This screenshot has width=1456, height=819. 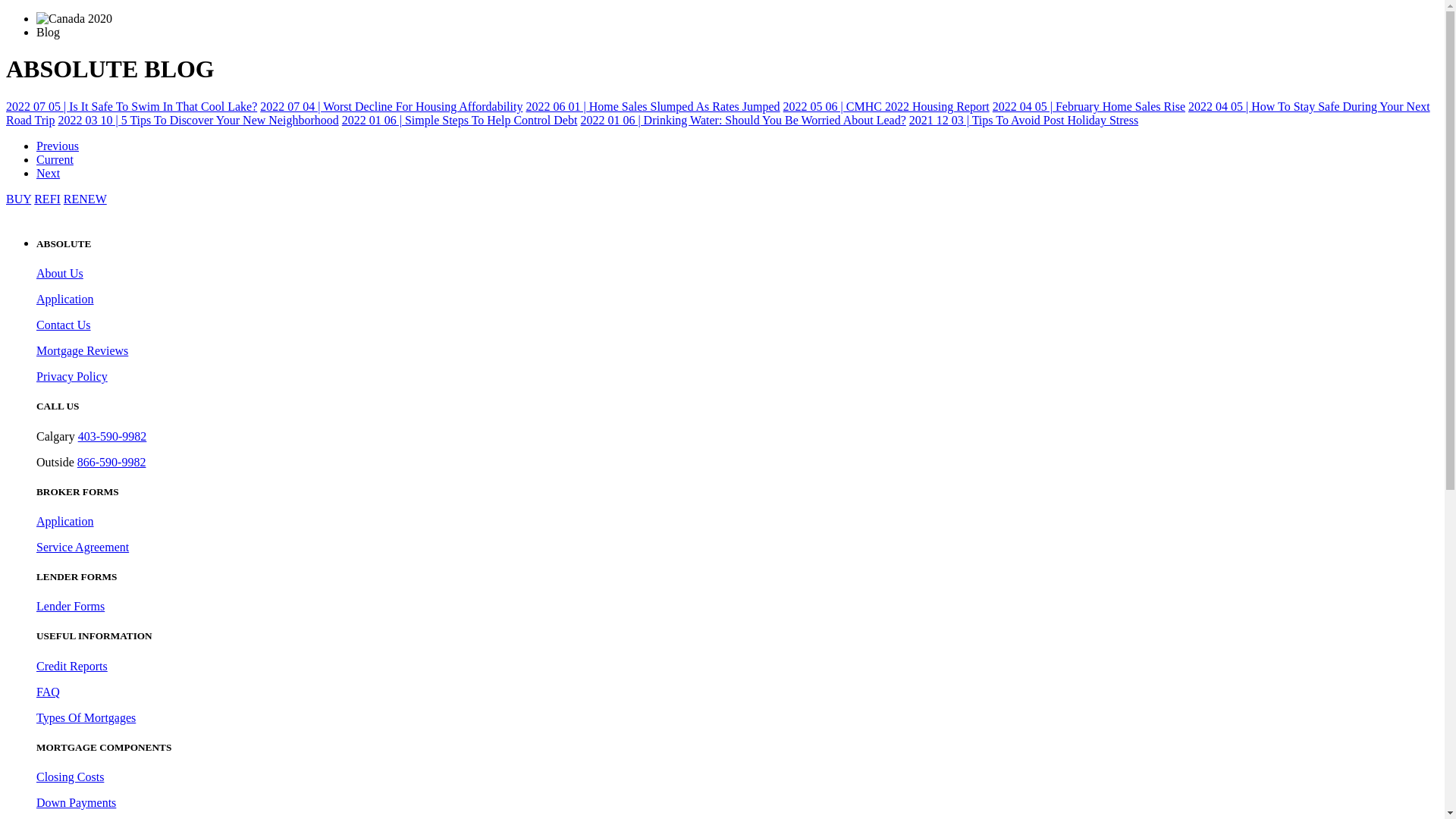 I want to click on 'REFI', so click(x=47, y=198).